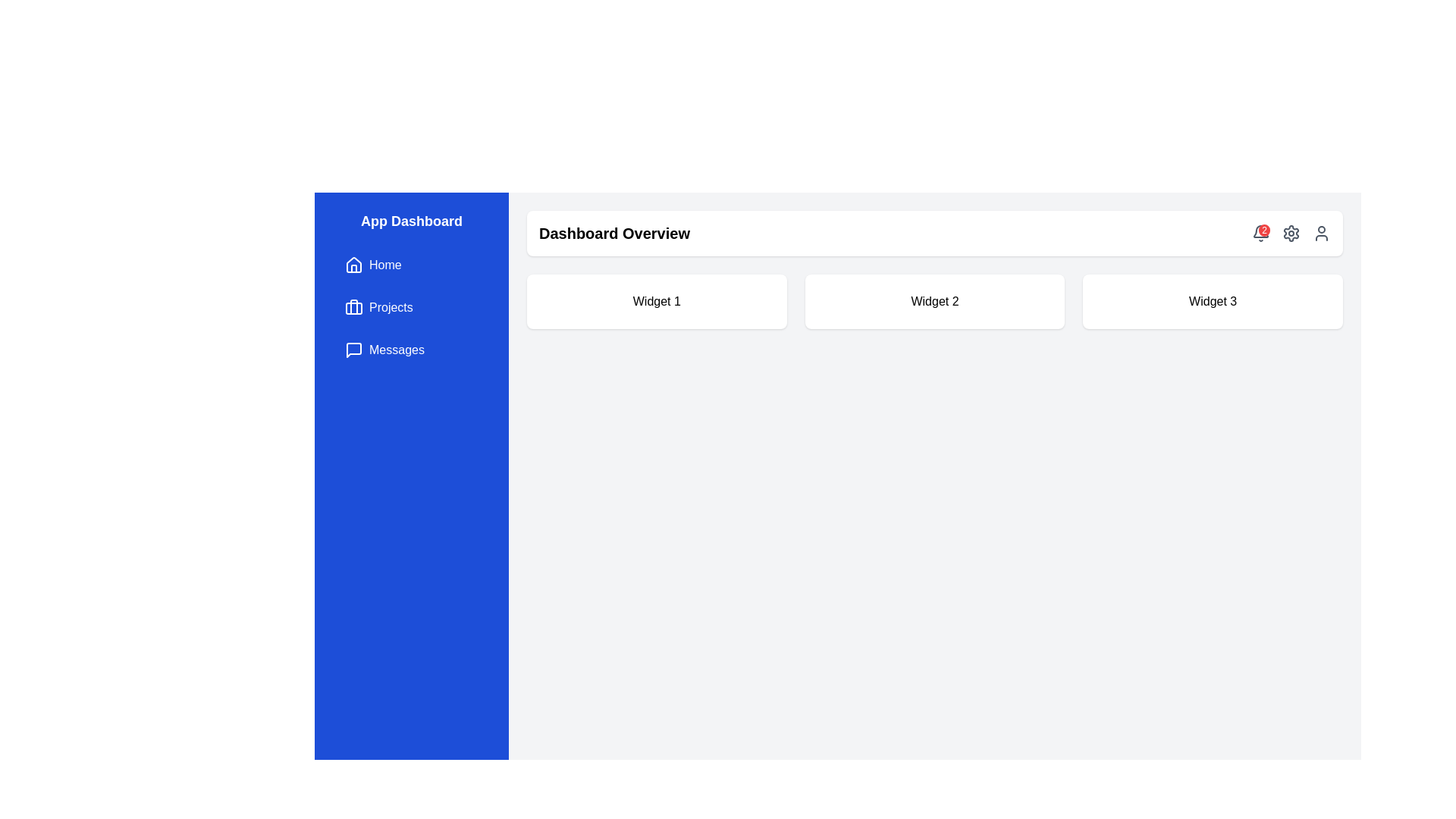 This screenshot has height=819, width=1456. I want to click on the button labeled 'Projects' with a briefcase icon, located in the left sidebar below the 'Home' button and above the 'Messages' button, to trigger the background color change, so click(378, 307).